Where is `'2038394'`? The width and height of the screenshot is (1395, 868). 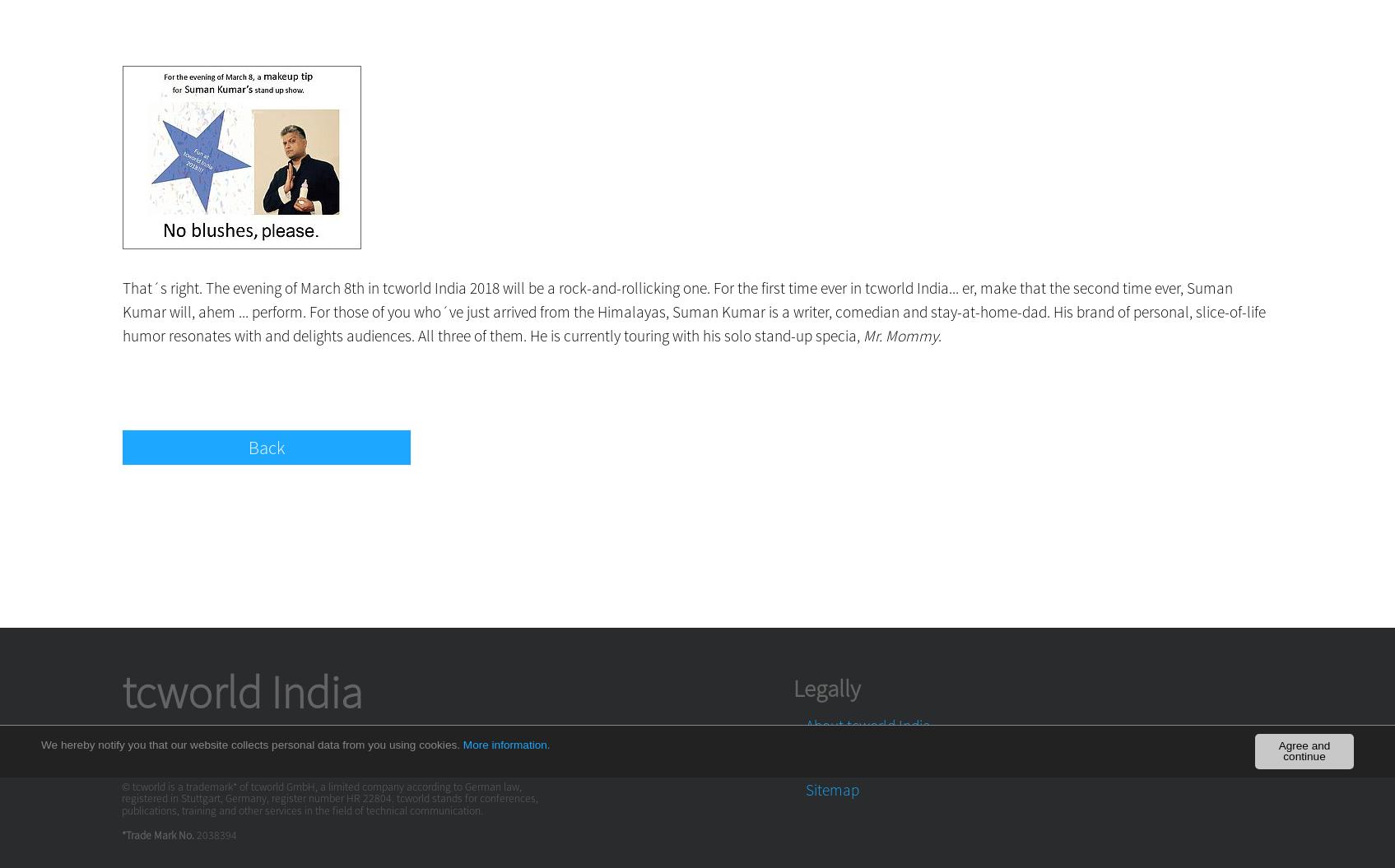 '2038394' is located at coordinates (216, 834).